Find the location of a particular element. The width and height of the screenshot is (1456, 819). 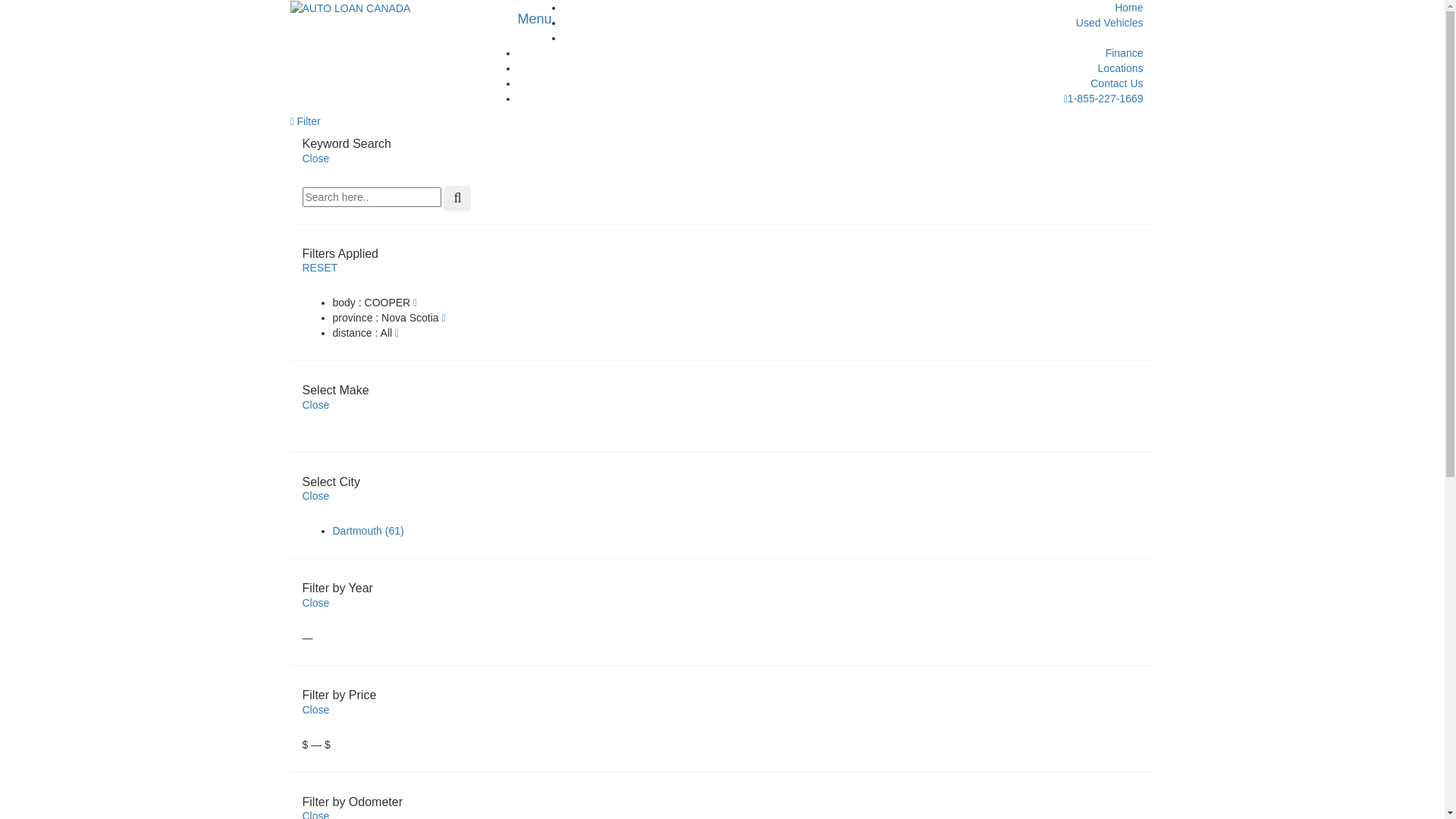

'Home' is located at coordinates (1128, 8).